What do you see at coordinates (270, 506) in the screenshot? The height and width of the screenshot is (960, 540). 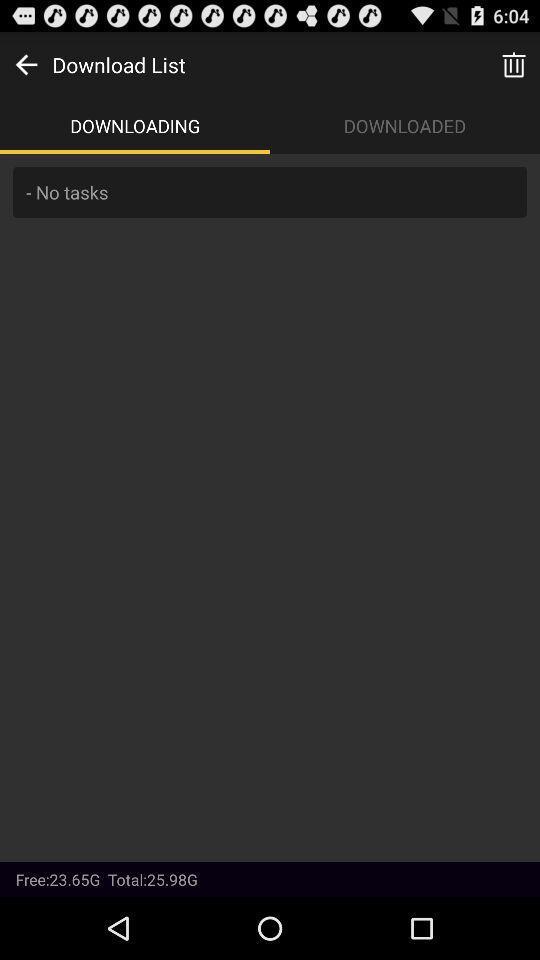 I see `downloading items screen` at bounding box center [270, 506].